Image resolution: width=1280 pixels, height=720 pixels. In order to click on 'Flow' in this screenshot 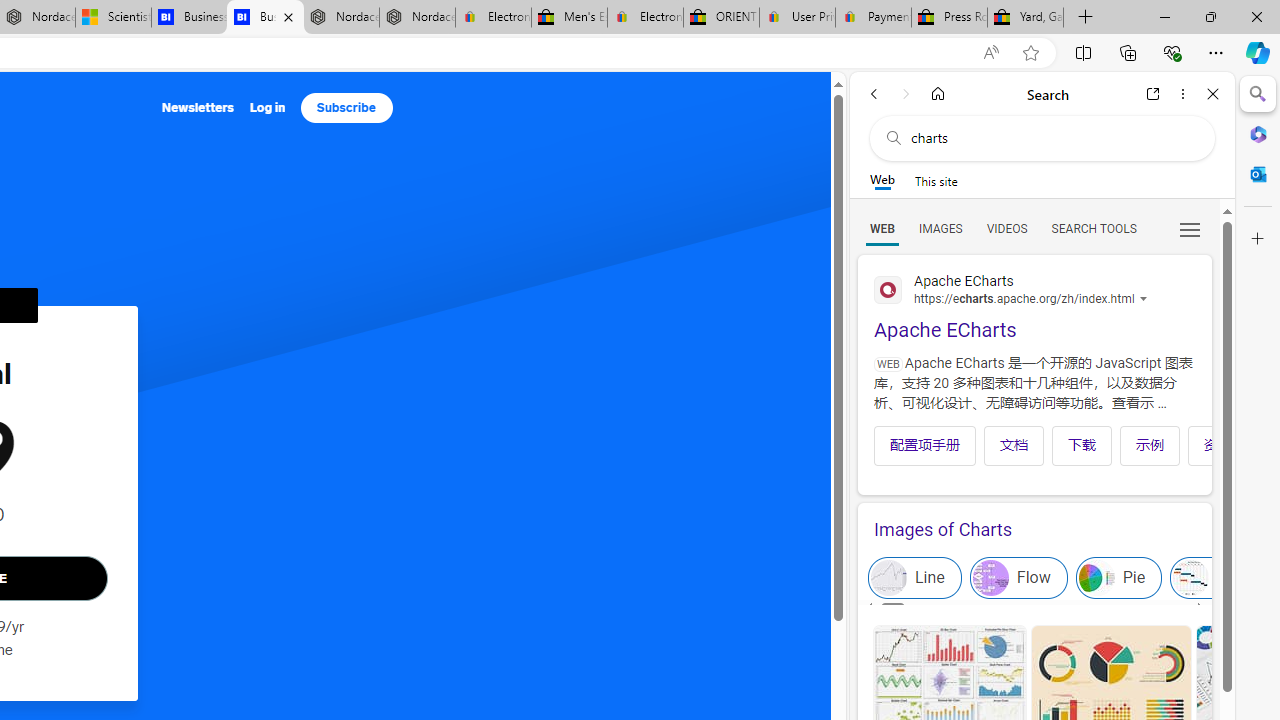, I will do `click(1018, 578)`.